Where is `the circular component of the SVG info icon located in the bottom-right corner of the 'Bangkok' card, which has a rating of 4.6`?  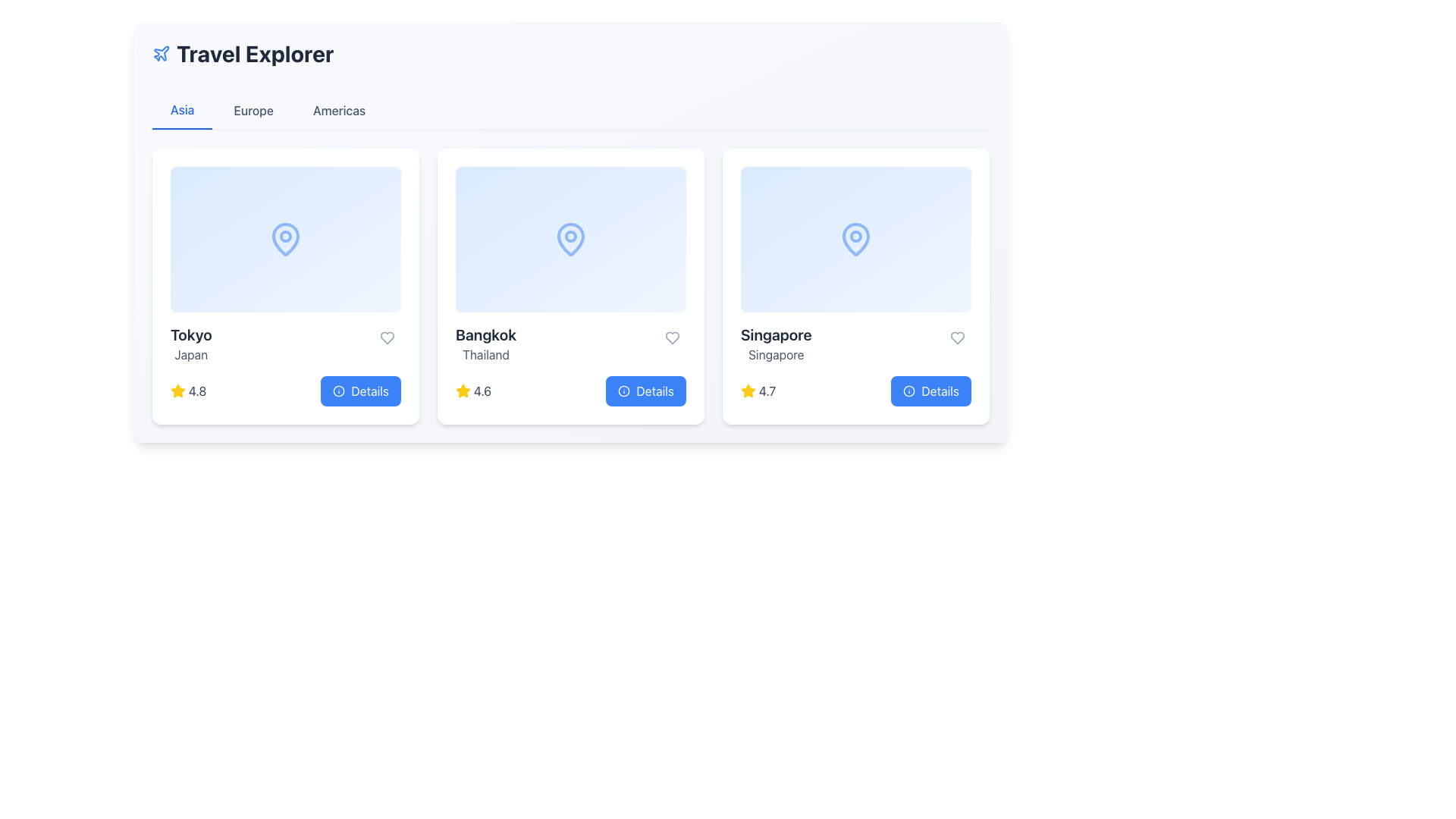
the circular component of the SVG info icon located in the bottom-right corner of the 'Bangkok' card, which has a rating of 4.6 is located at coordinates (624, 391).